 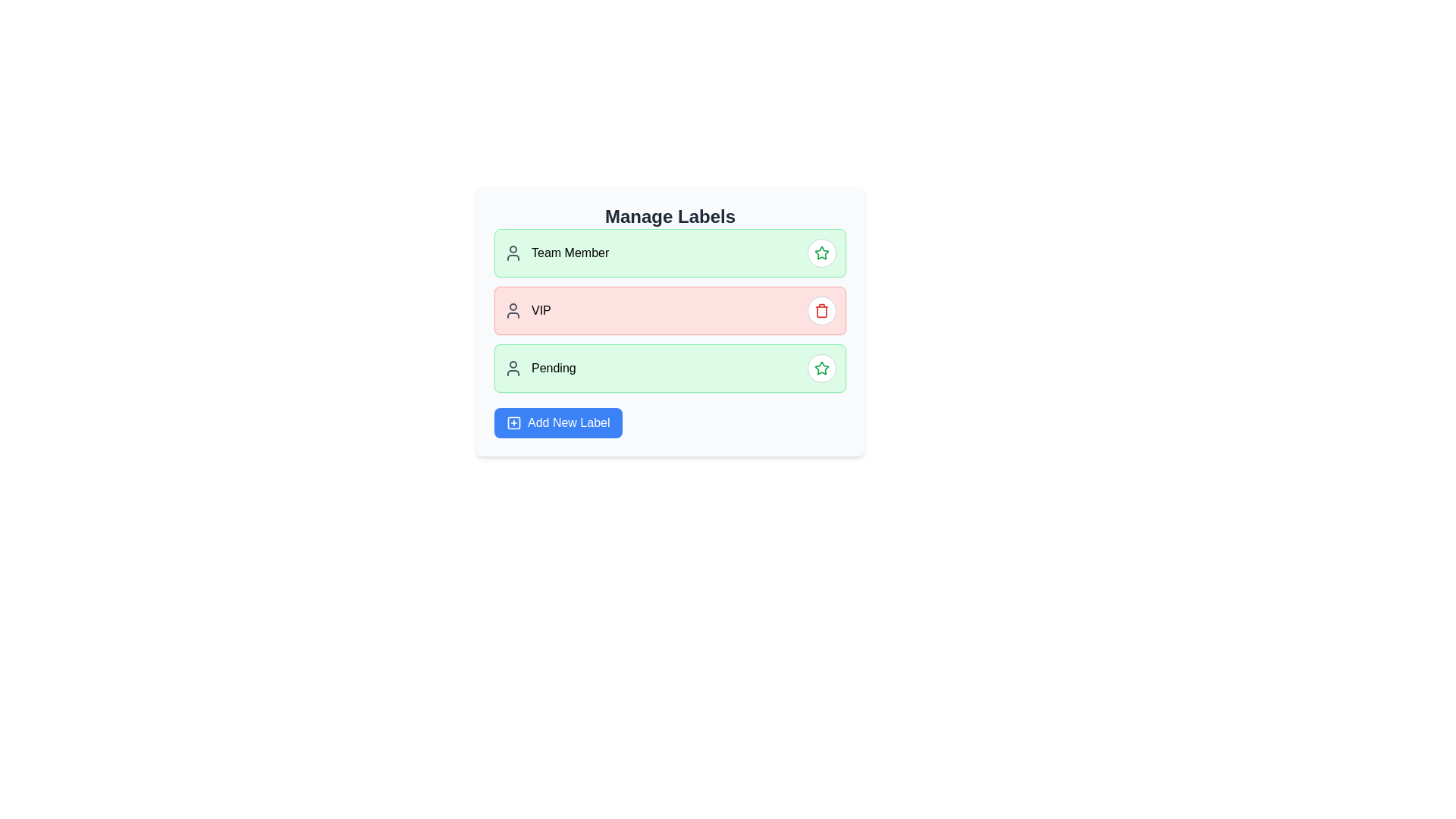 I want to click on the user icon located in the green-bordered rectangular section labeled 'Pending', positioned on the left side of the section next to the text, so click(x=513, y=369).